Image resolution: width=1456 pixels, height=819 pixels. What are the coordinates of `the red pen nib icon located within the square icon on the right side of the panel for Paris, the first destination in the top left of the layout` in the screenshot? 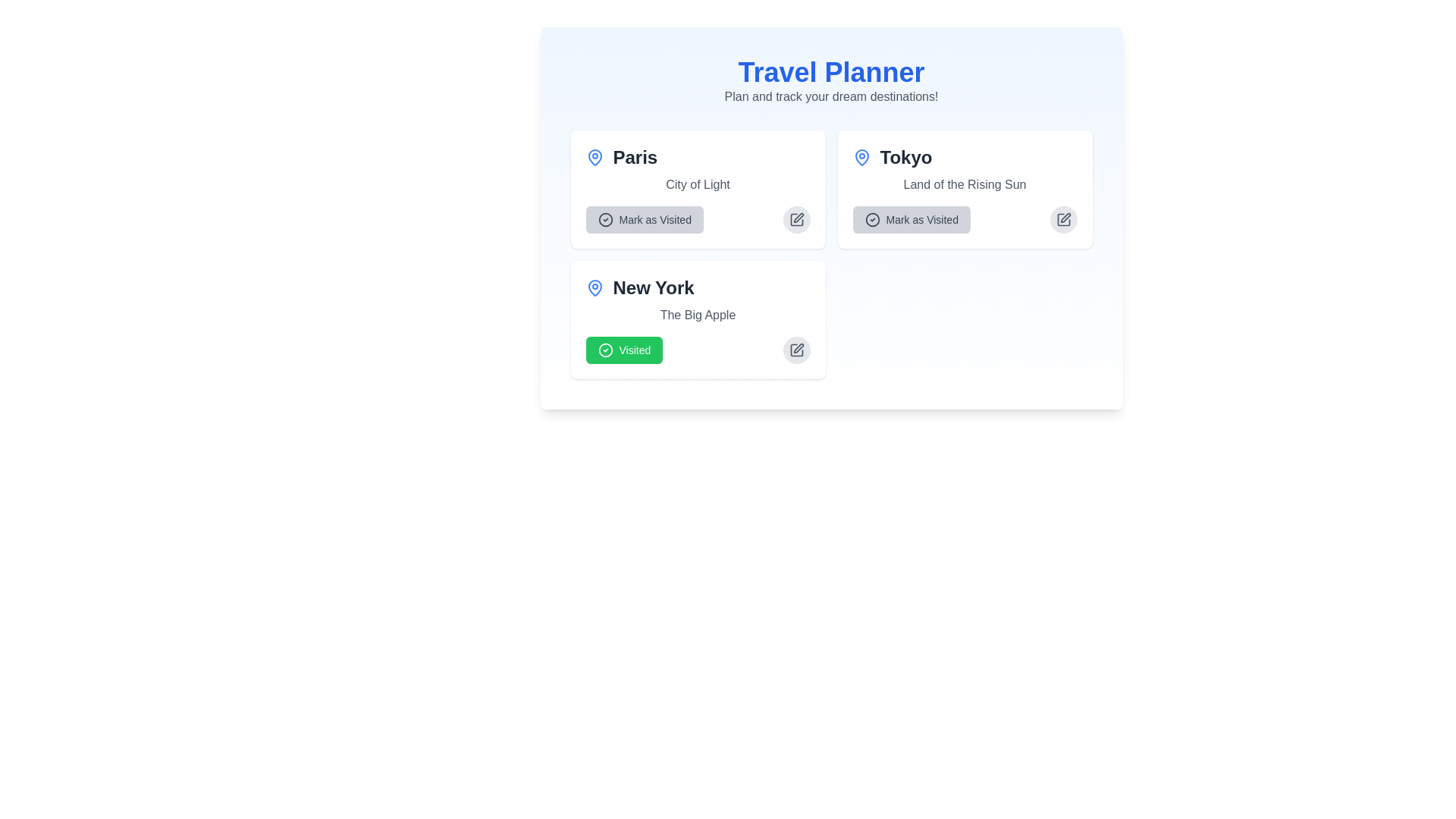 It's located at (797, 218).